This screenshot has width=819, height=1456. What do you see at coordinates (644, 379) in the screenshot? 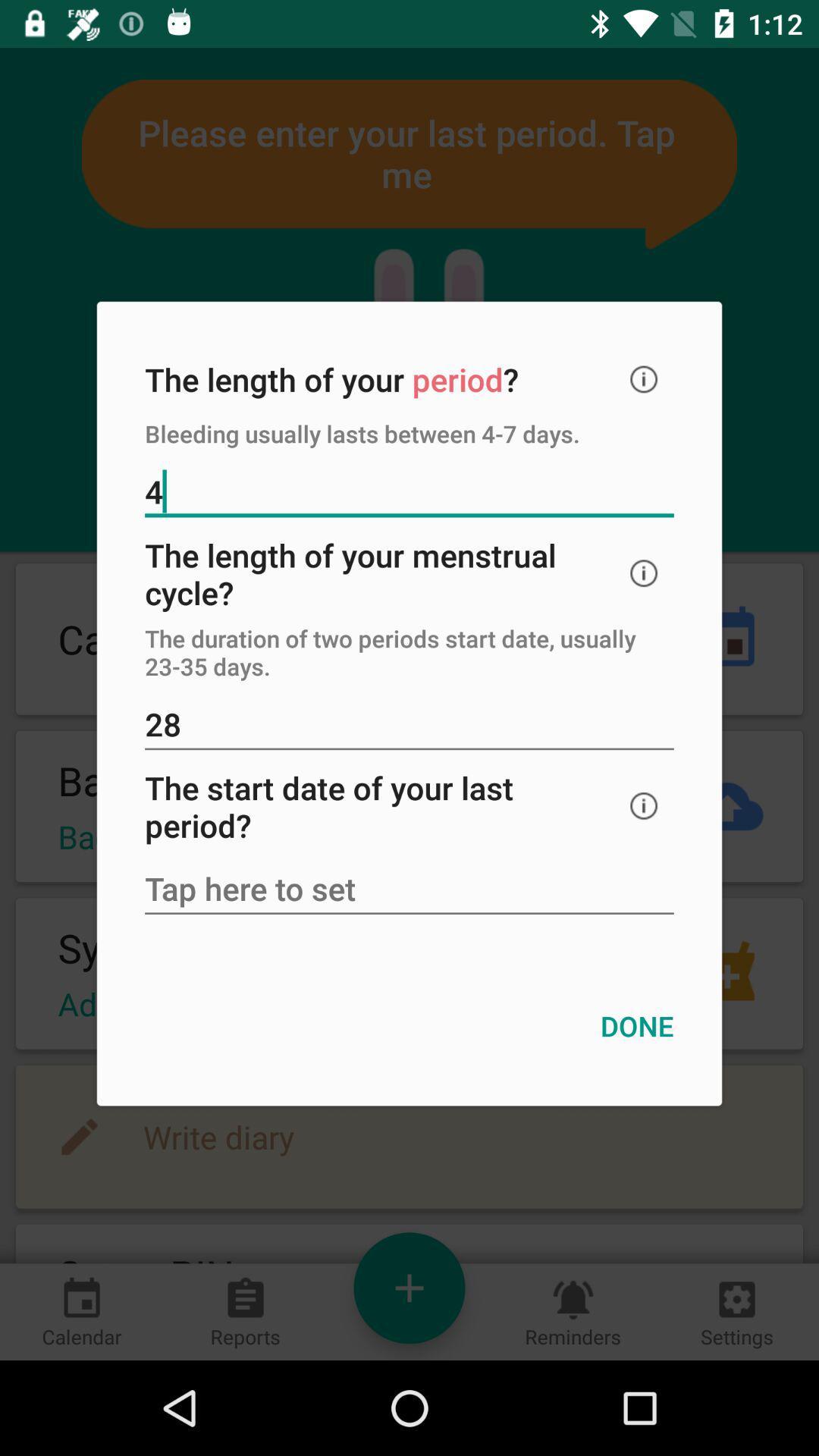
I see `icon at the top right corner` at bounding box center [644, 379].